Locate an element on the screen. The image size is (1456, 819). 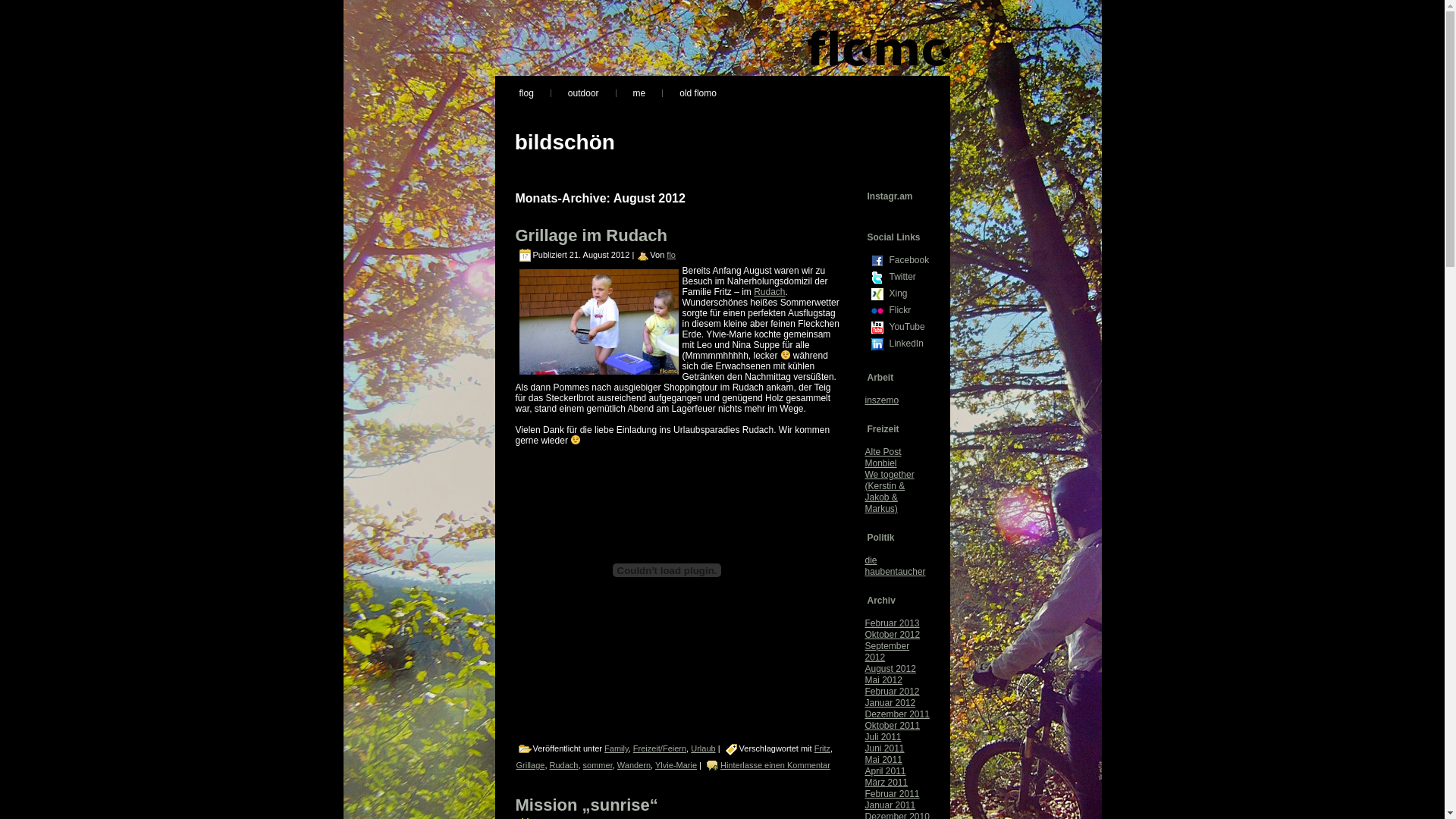
'YouTube' is located at coordinates (908, 326).